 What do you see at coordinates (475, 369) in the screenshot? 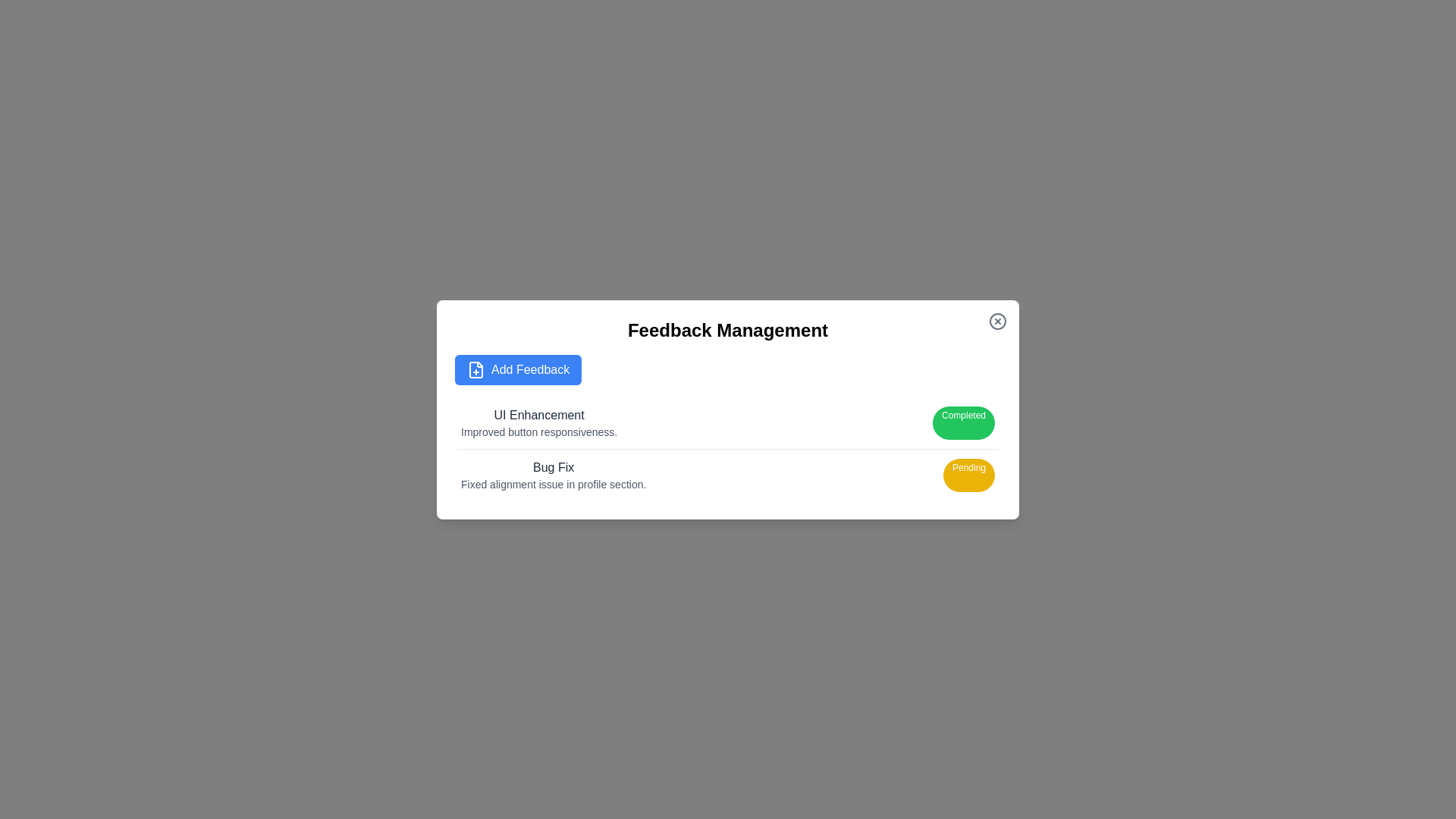
I see `the 'Add Feedback' icon located in the top-left section of the dialog window, which represents adding a new file or entry` at bounding box center [475, 369].